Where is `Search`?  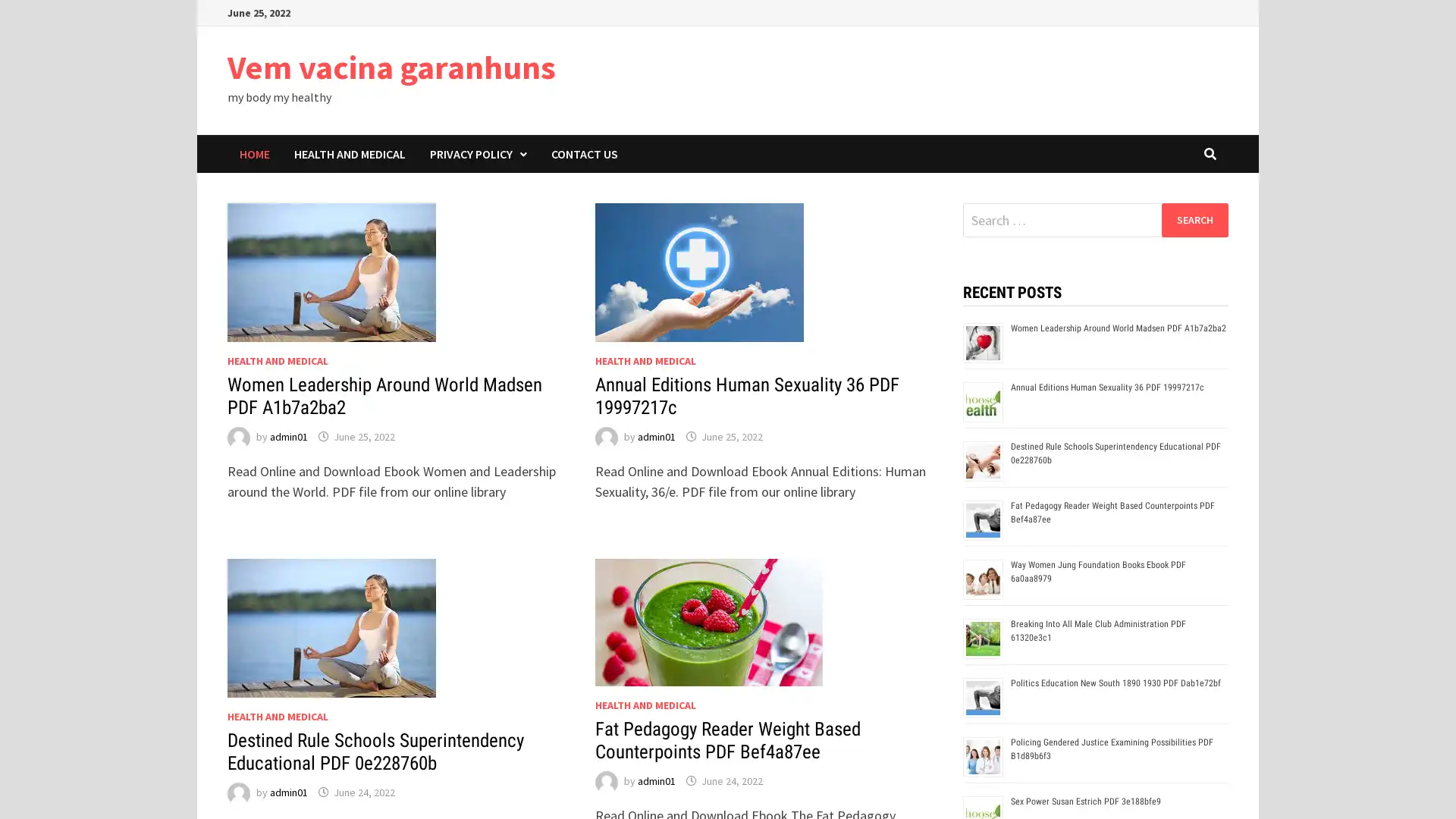
Search is located at coordinates (1194, 219).